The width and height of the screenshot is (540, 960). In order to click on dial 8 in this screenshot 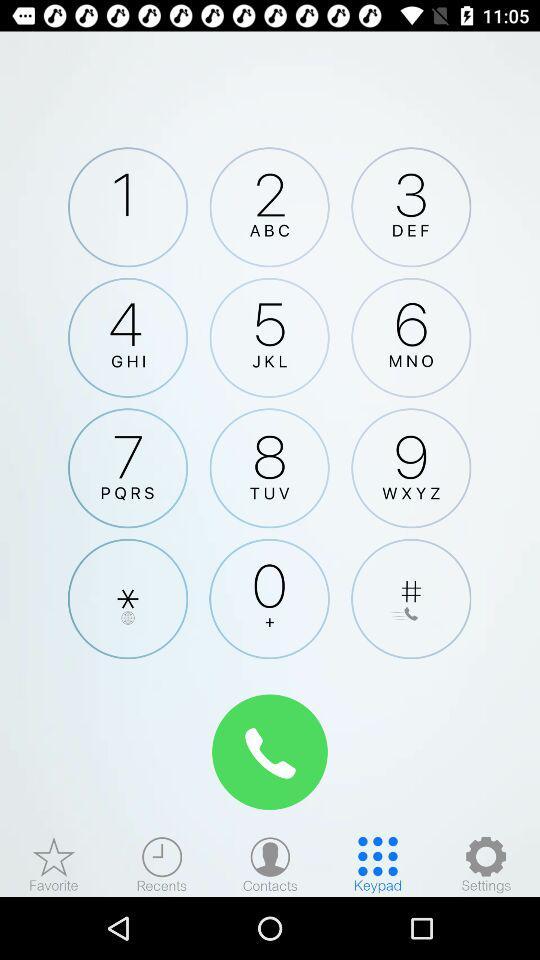, I will do `click(269, 468)`.